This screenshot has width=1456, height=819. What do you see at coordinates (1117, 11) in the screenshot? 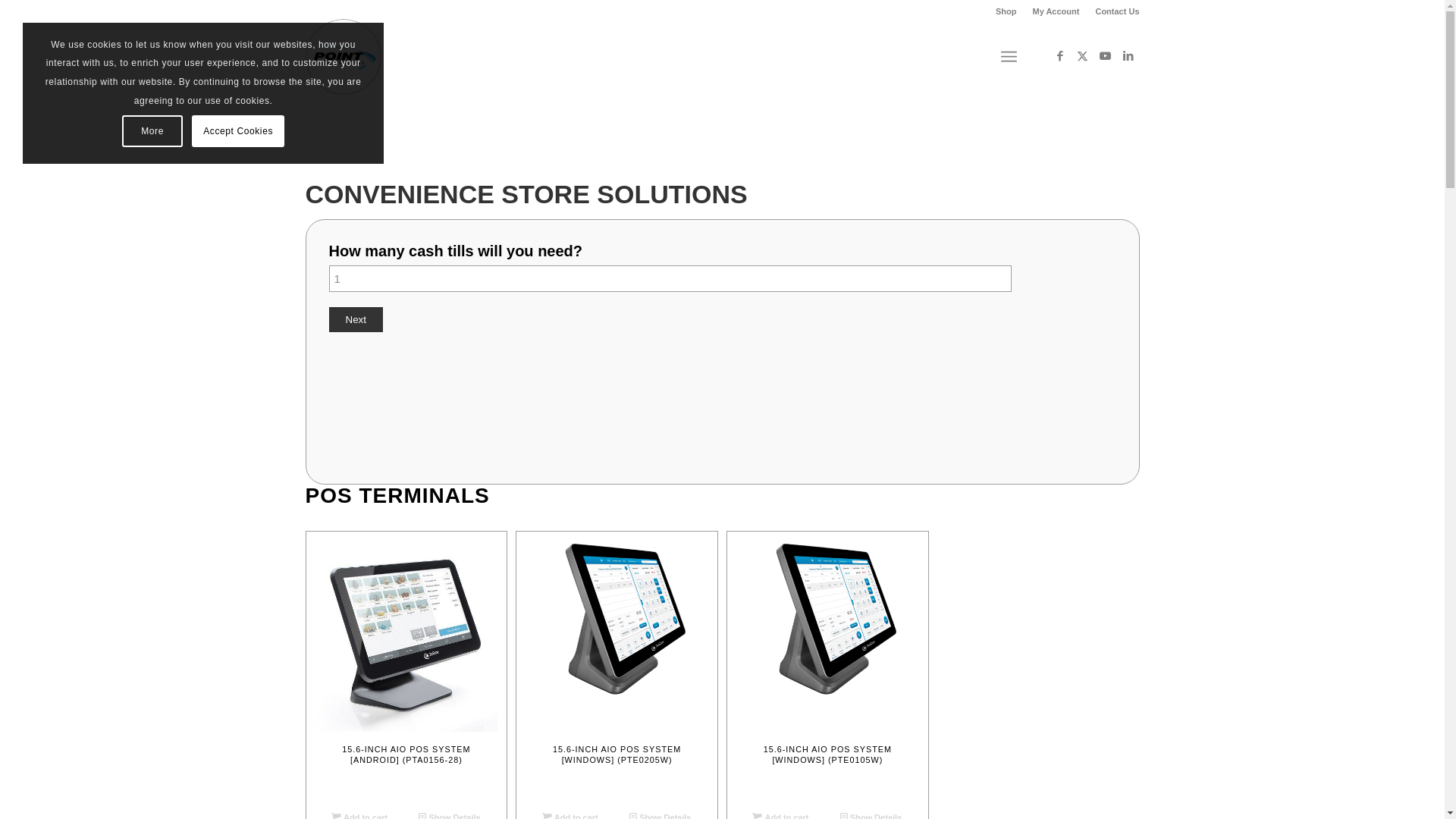
I see `'Contact Us'` at bounding box center [1117, 11].